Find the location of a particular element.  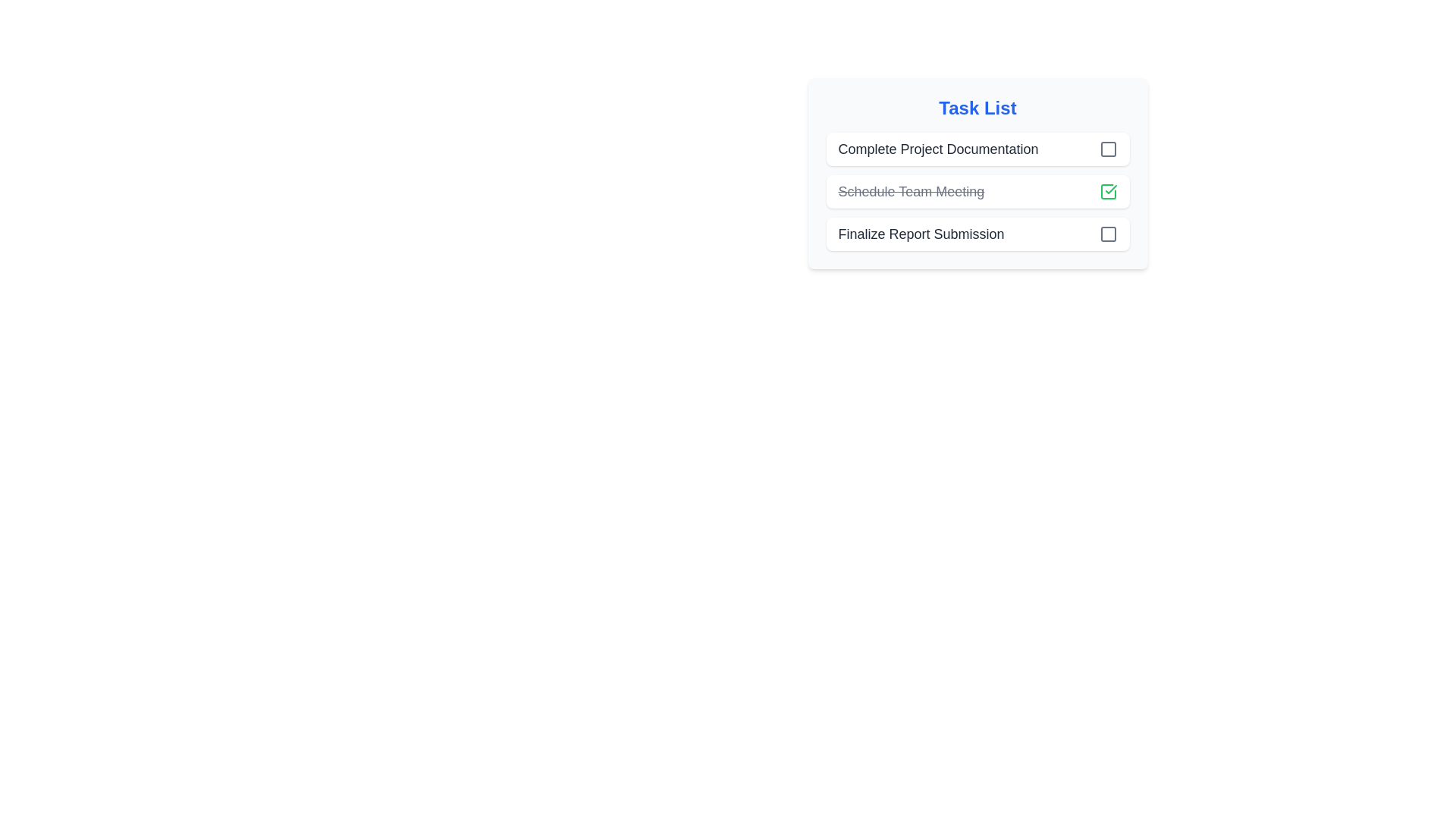

the text label indicating a task item that has a strikethrough, located under the 'Task List' header is located at coordinates (910, 191).